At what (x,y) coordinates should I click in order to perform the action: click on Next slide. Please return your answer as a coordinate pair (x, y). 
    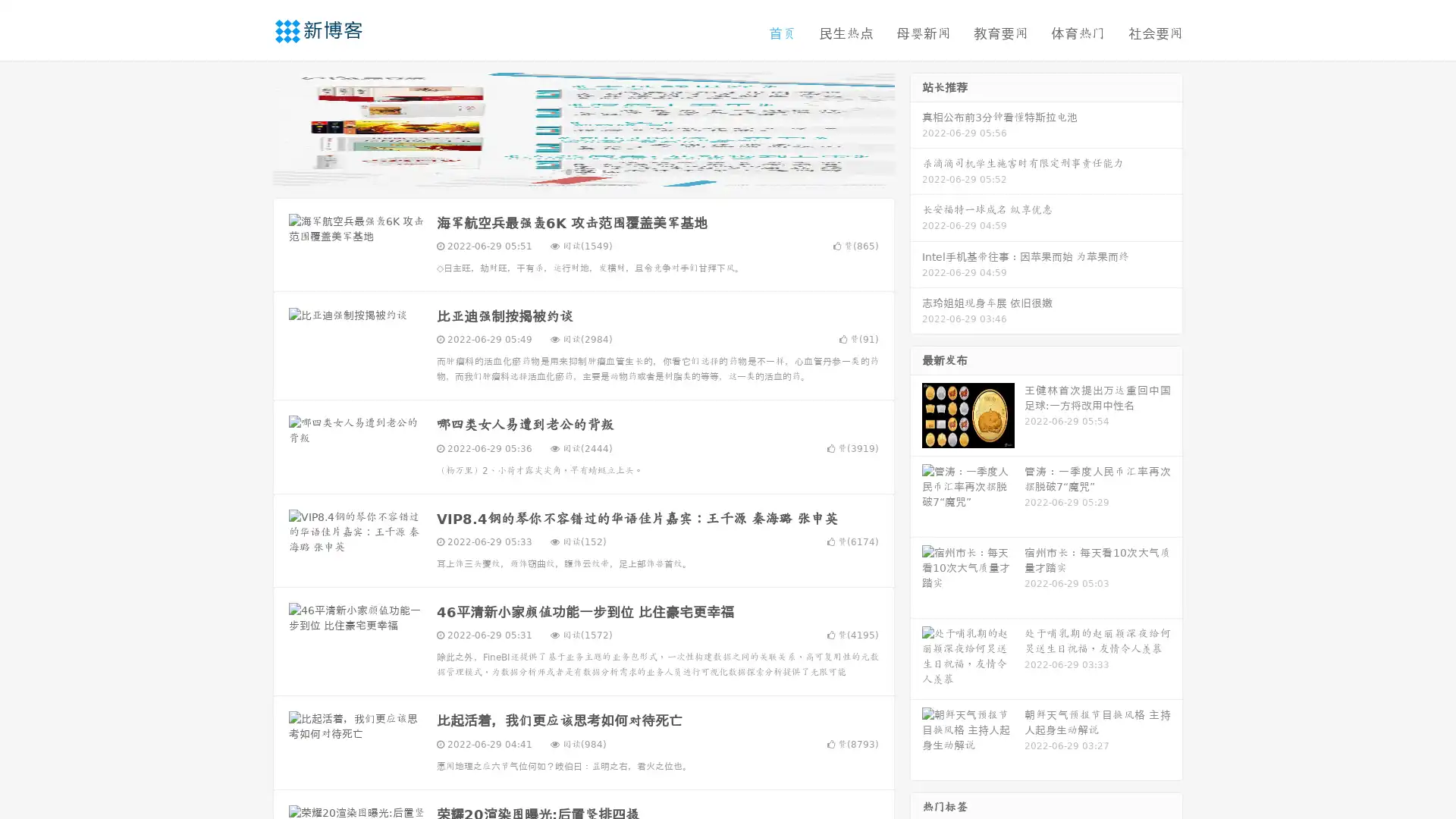
    Looking at the image, I should click on (916, 127).